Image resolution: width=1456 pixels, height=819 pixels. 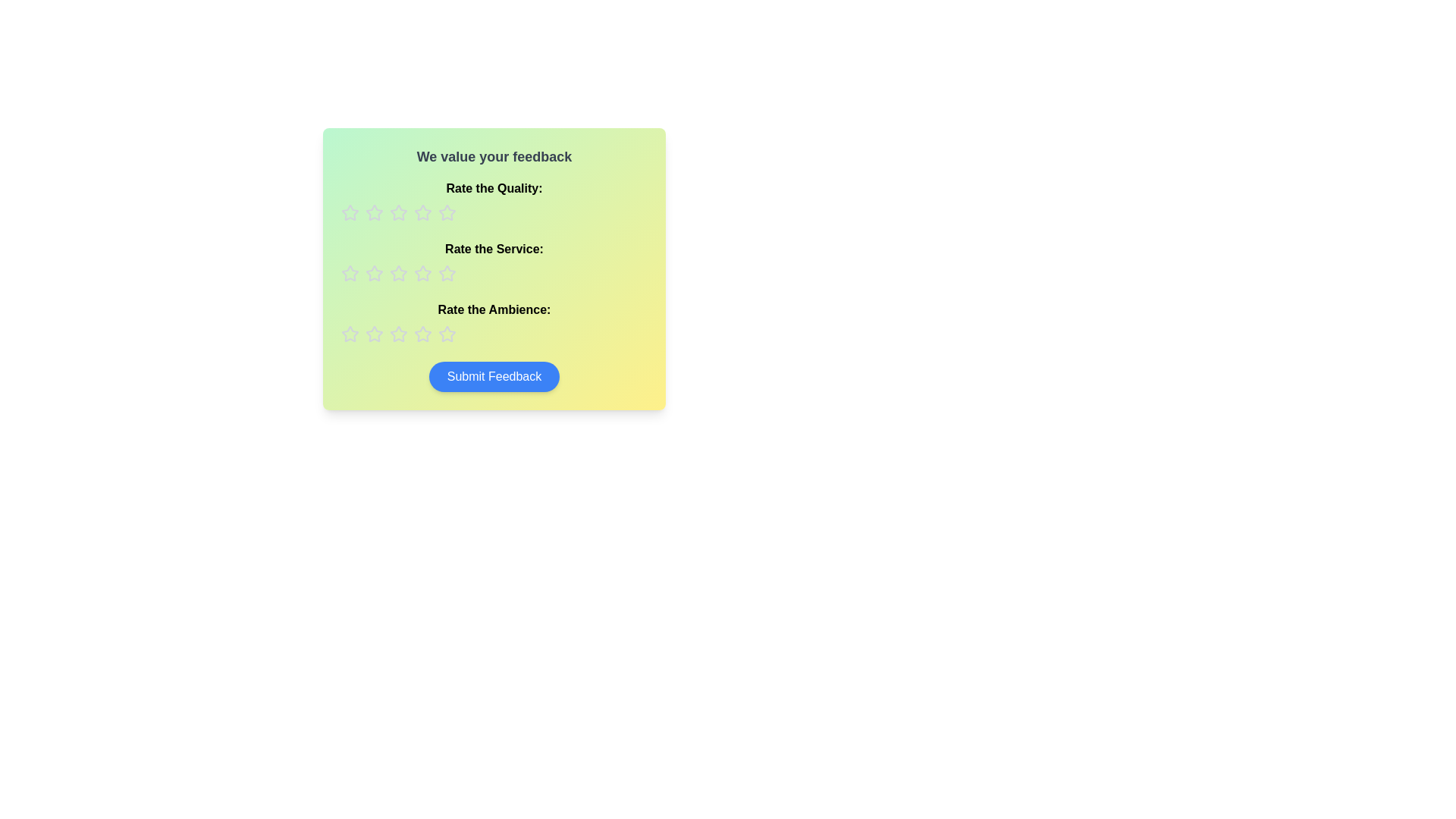 What do you see at coordinates (494, 248) in the screenshot?
I see `the static text label reading 'Rate the Service:' which is styled in bold and positioned in a feedback form between two star rating components` at bounding box center [494, 248].